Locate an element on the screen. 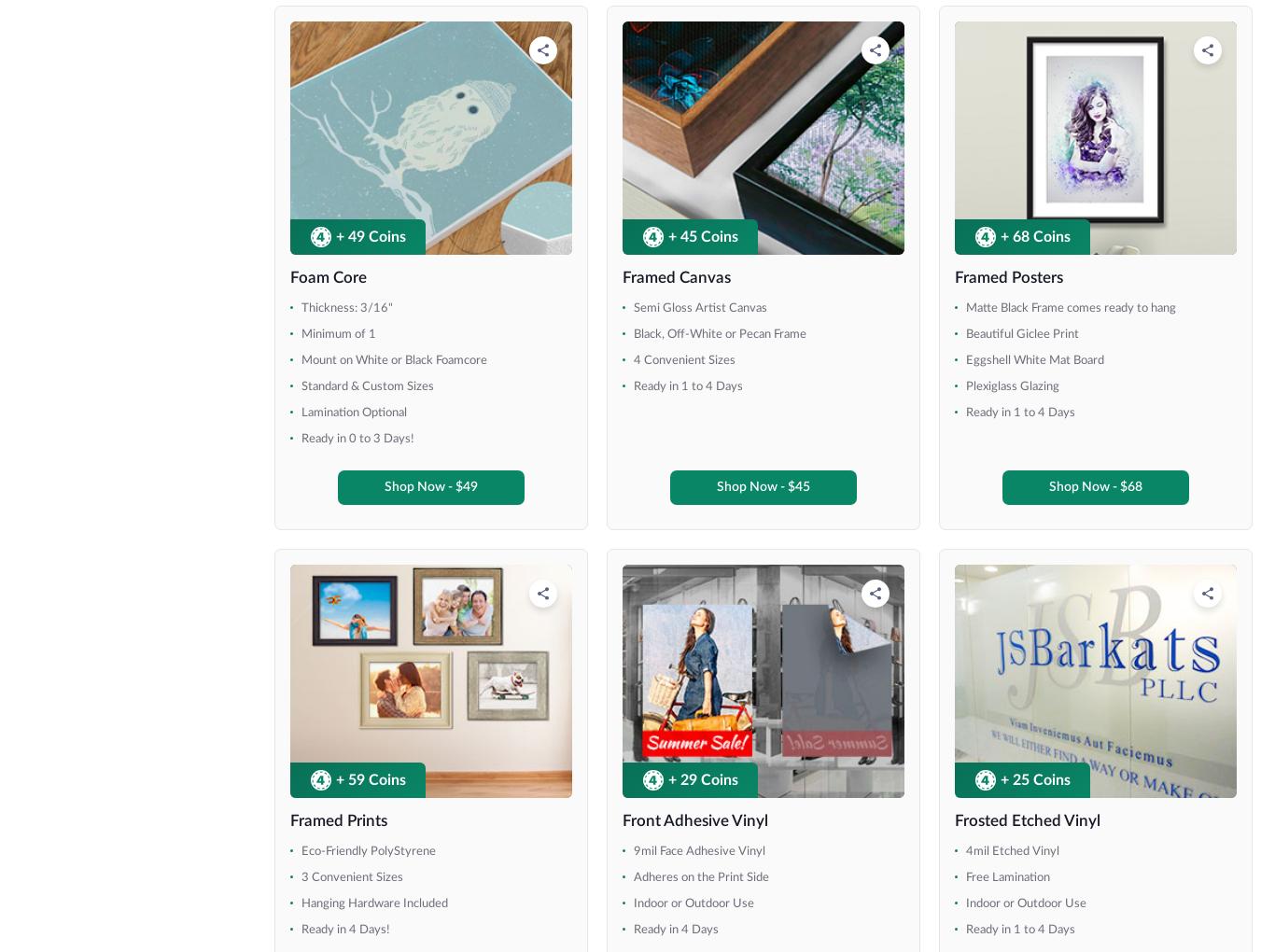  '84" x 150.5" (8ft Table)' is located at coordinates (115, 239).